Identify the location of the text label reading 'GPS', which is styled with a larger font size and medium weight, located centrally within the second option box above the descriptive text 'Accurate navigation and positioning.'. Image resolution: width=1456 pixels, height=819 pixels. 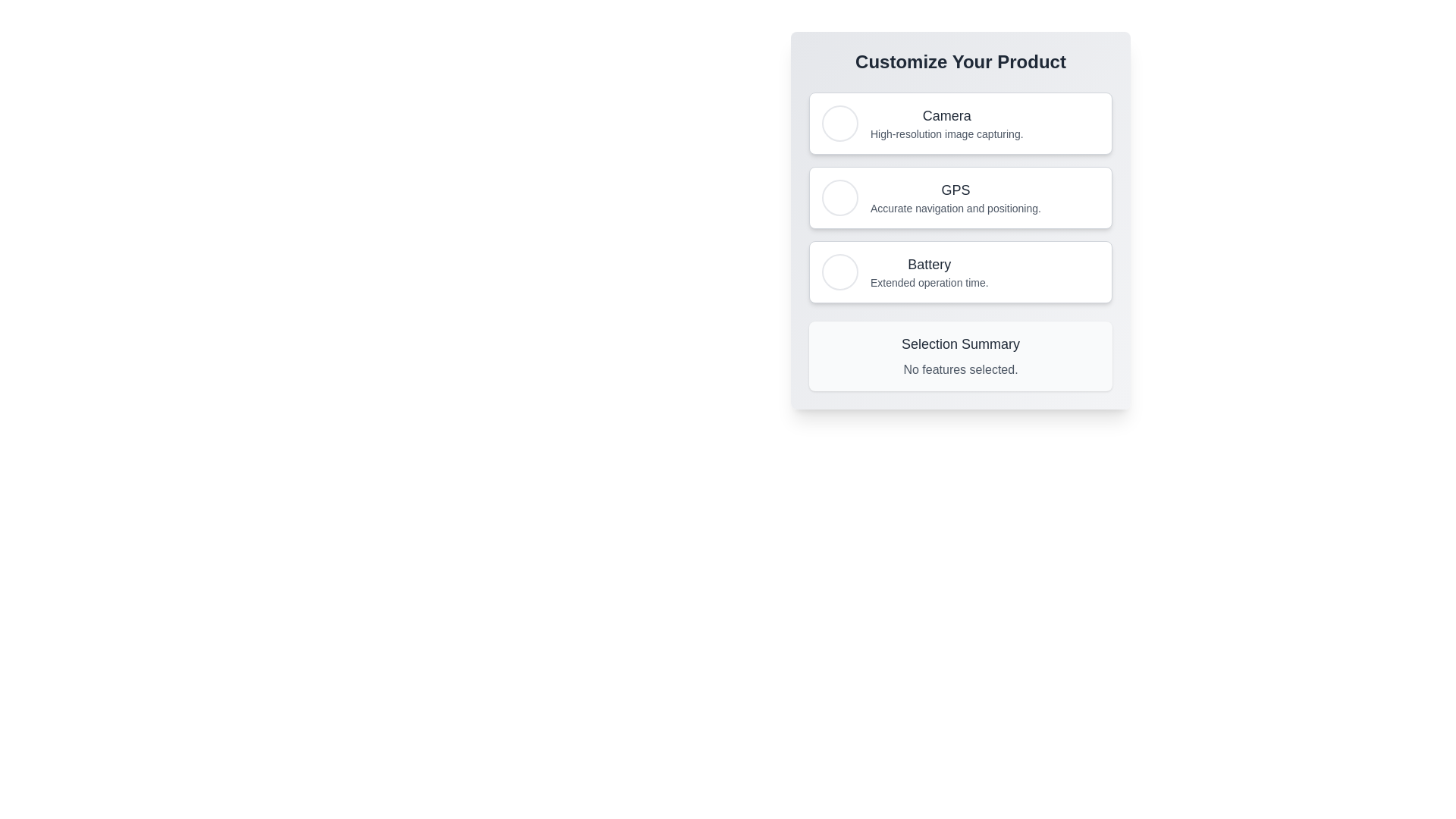
(955, 189).